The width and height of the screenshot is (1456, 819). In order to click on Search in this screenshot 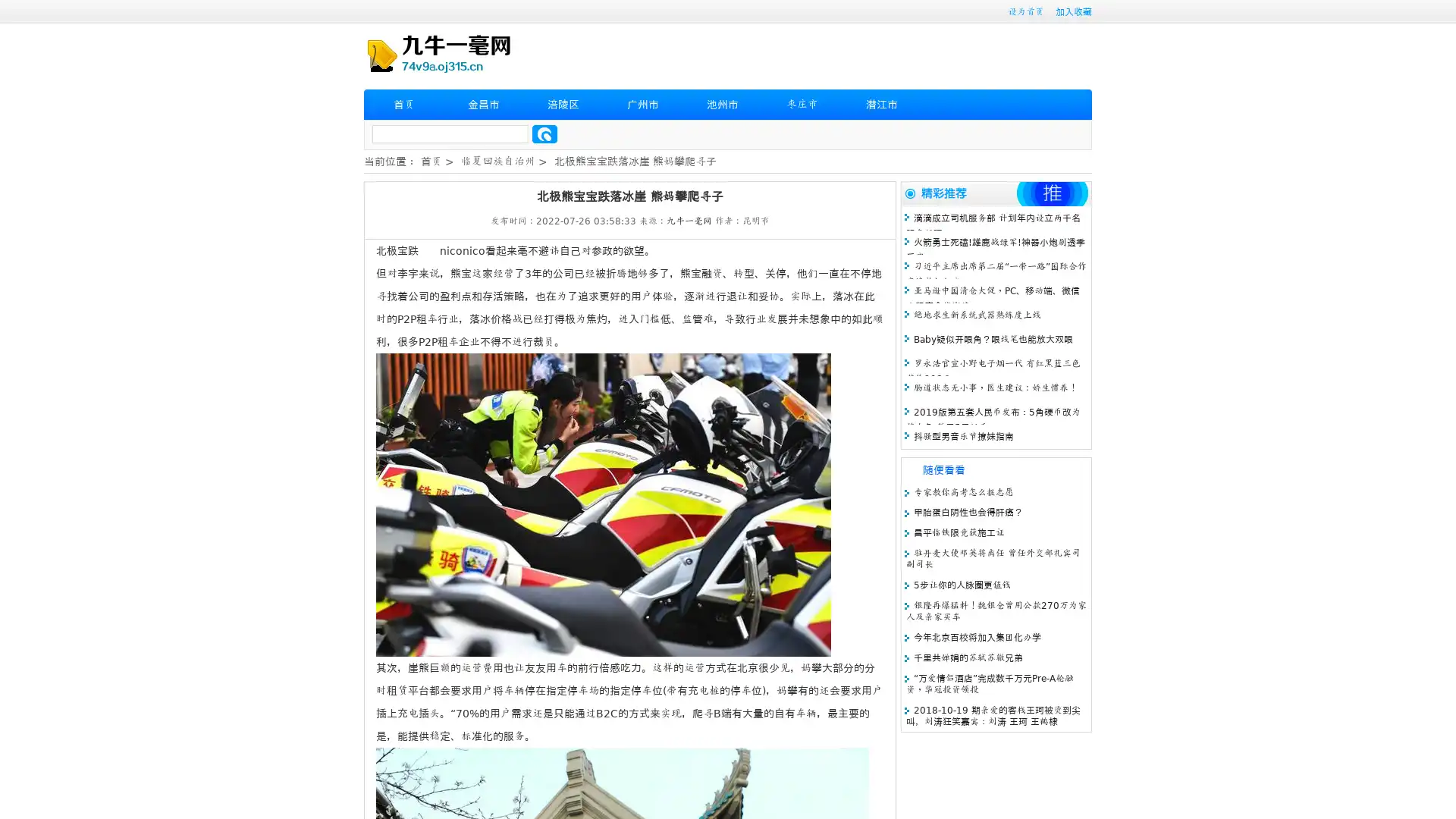, I will do `click(544, 133)`.